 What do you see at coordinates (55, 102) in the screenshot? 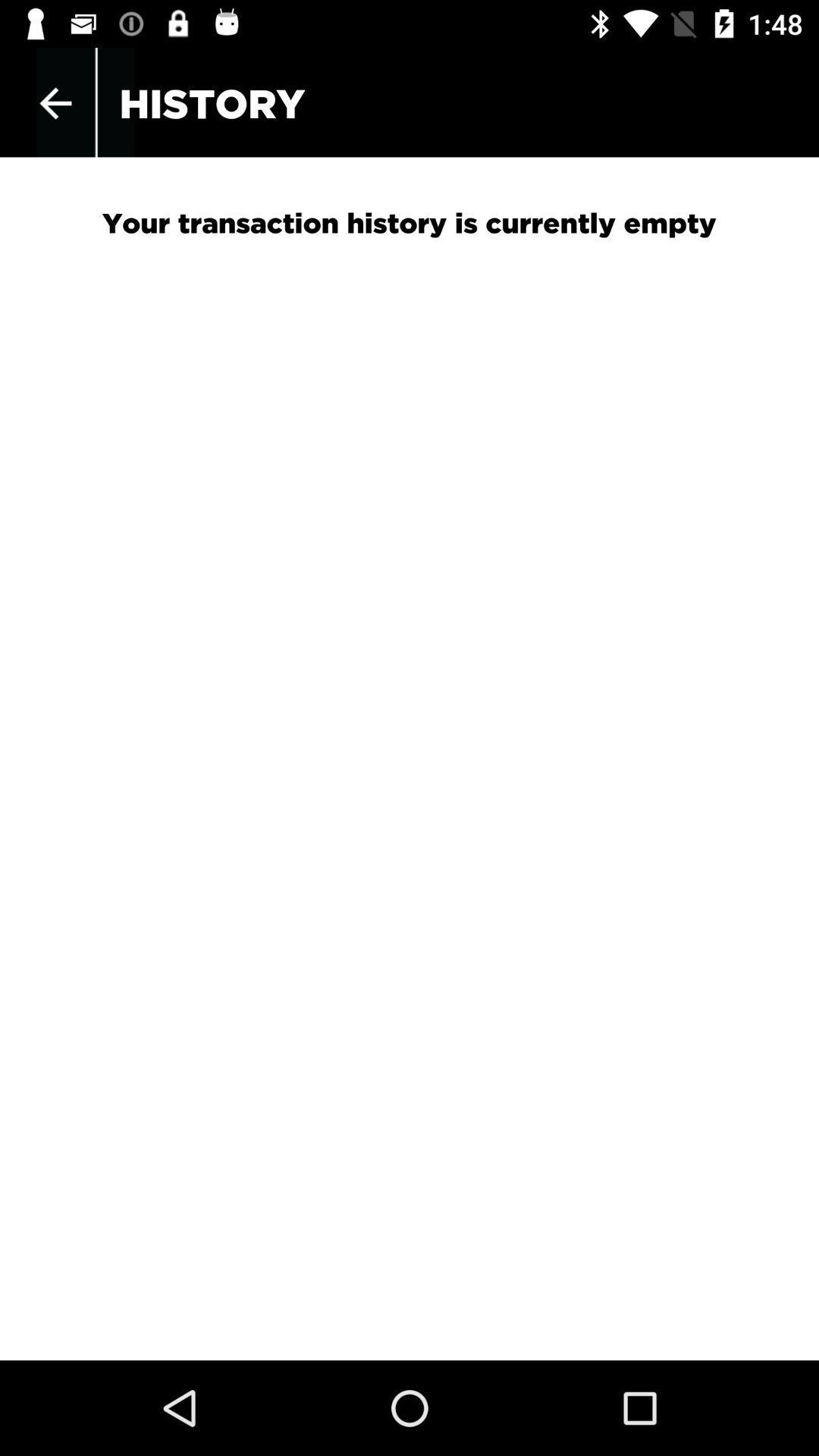
I see `the icon next to the history app` at bounding box center [55, 102].